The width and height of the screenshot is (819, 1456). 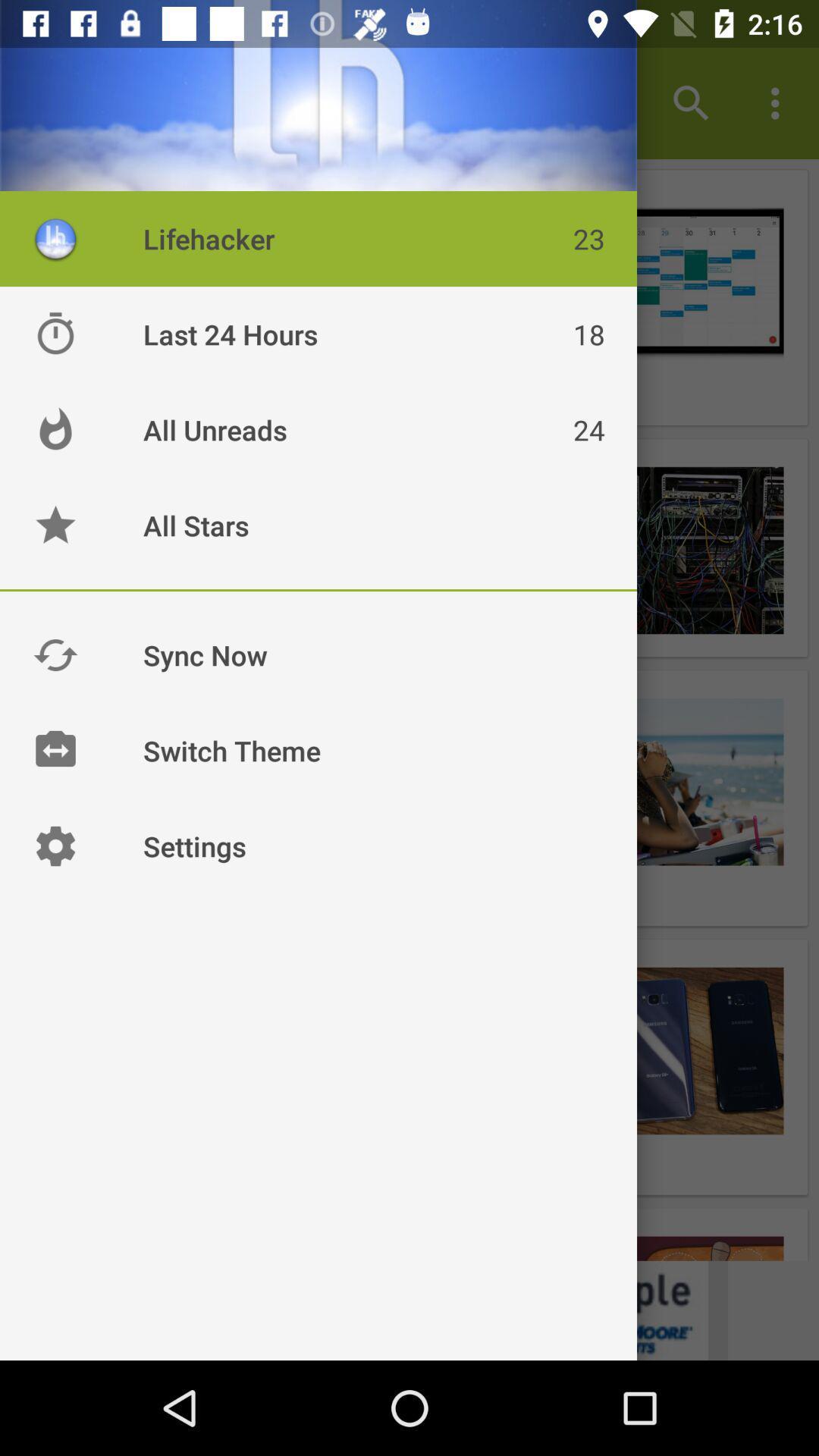 I want to click on the timer icon, so click(x=55, y=334).